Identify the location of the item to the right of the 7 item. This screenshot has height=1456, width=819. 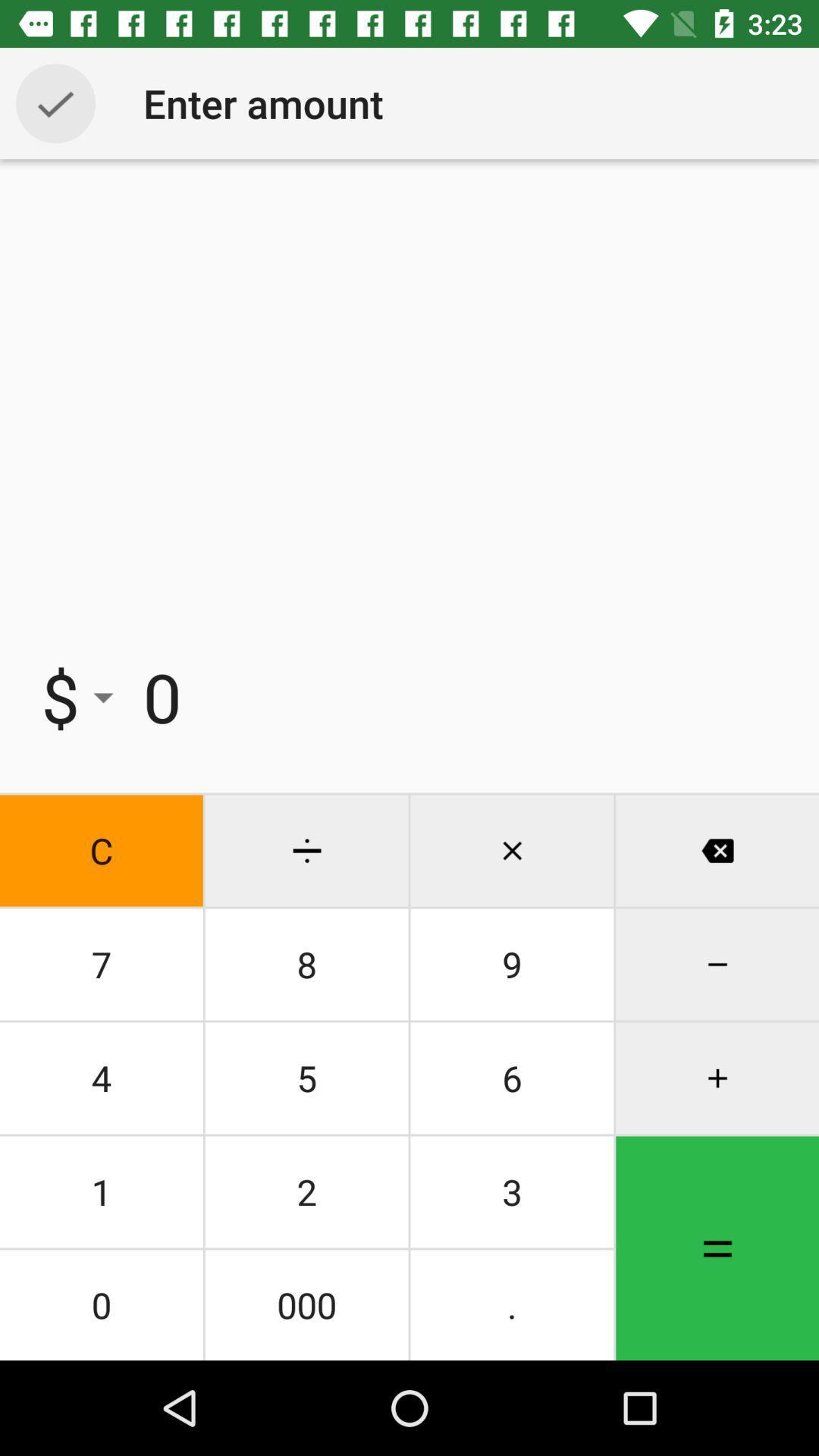
(306, 1077).